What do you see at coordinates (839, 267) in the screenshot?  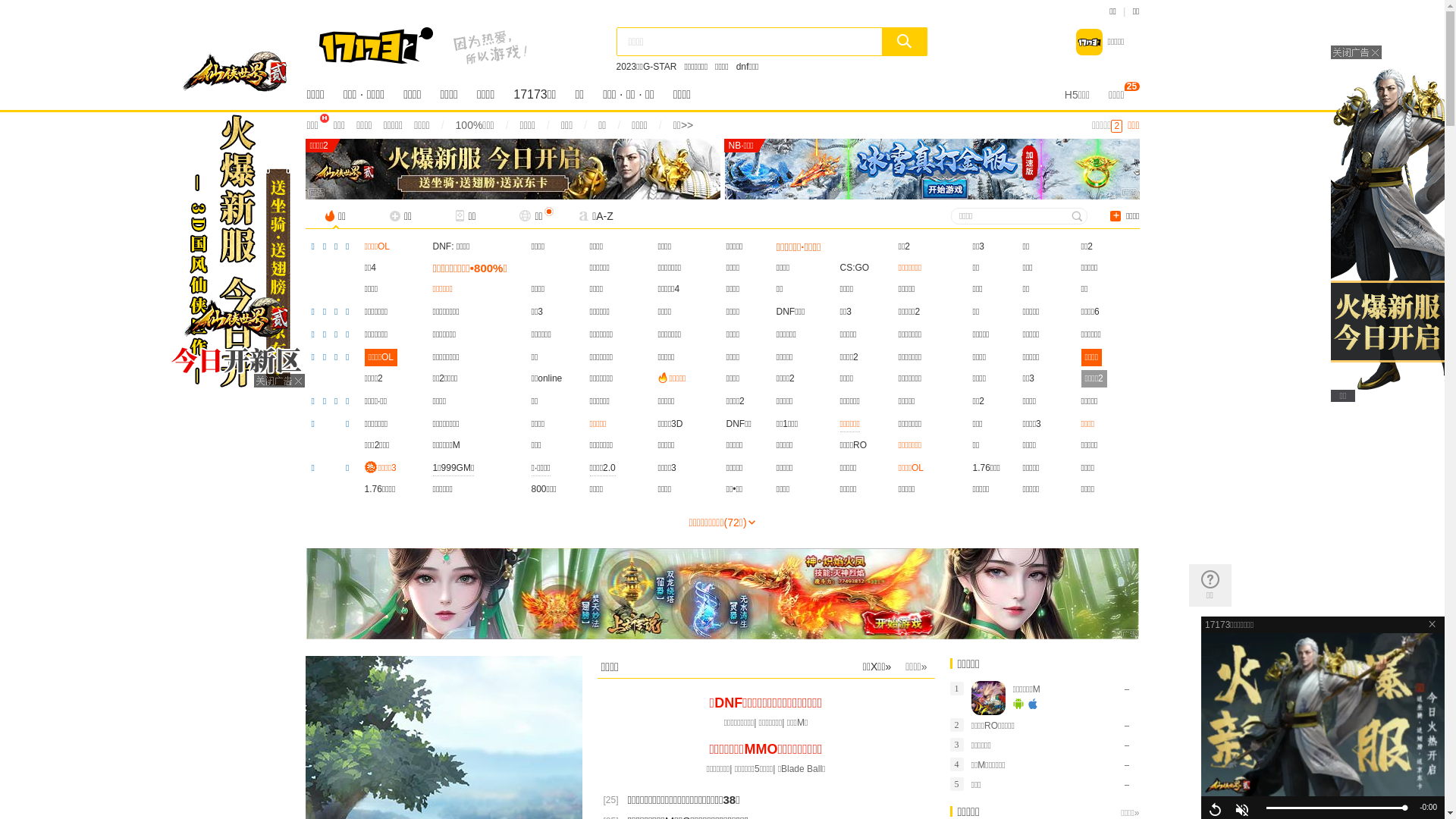 I see `'CS:GO'` at bounding box center [839, 267].